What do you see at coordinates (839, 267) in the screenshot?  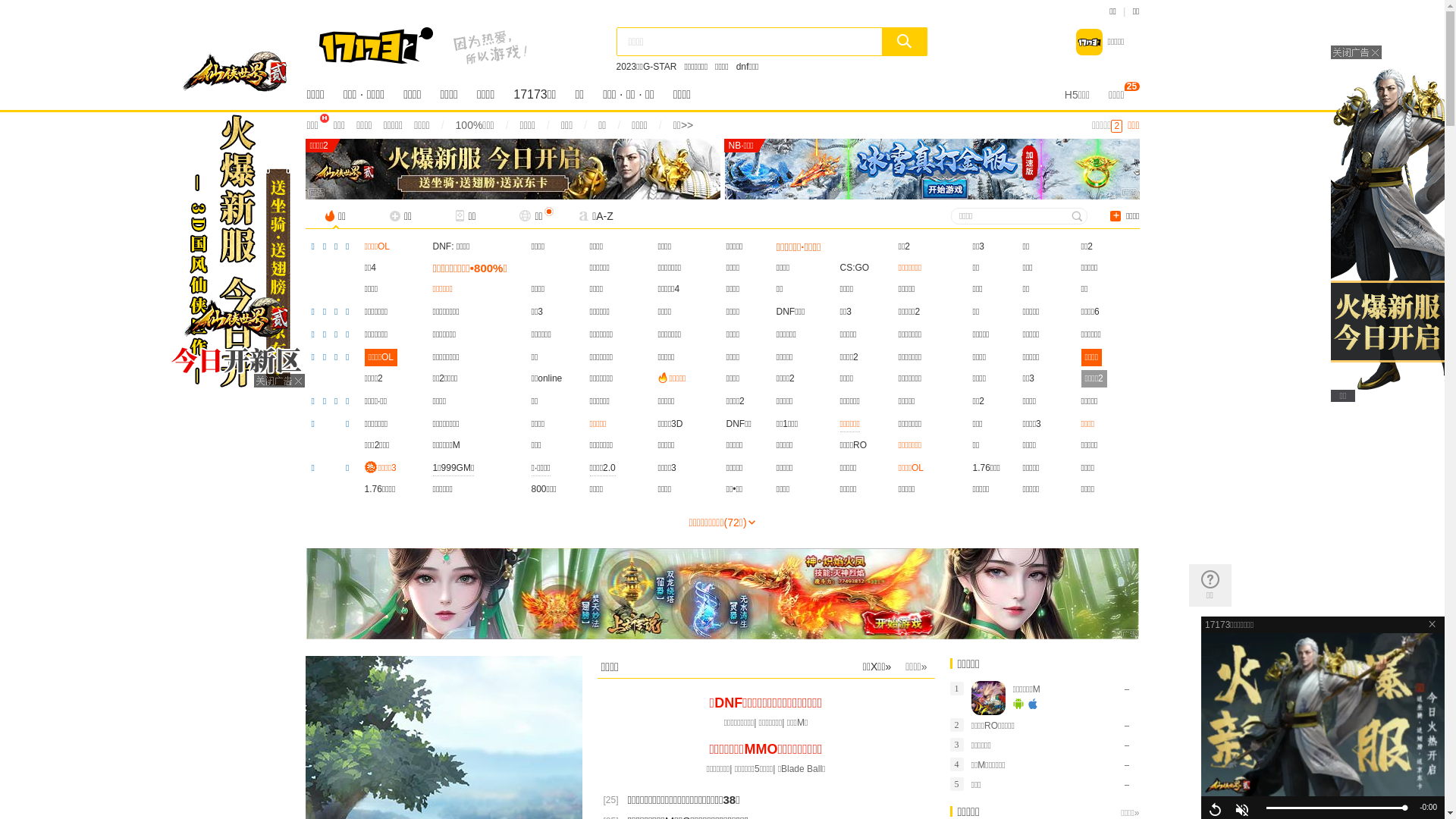 I see `'CS:GO'` at bounding box center [839, 267].